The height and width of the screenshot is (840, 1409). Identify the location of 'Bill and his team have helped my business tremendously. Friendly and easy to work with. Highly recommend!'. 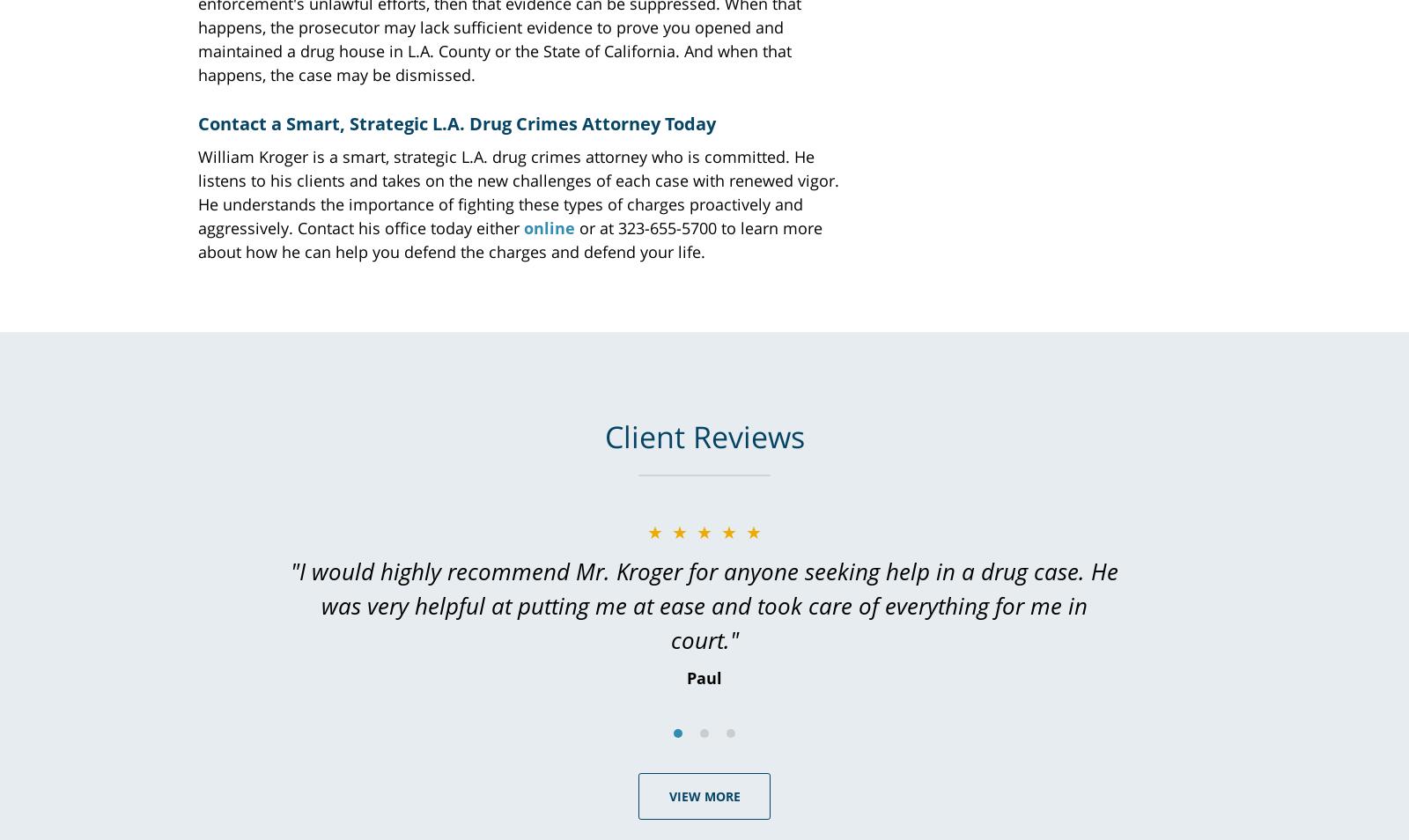
(704, 586).